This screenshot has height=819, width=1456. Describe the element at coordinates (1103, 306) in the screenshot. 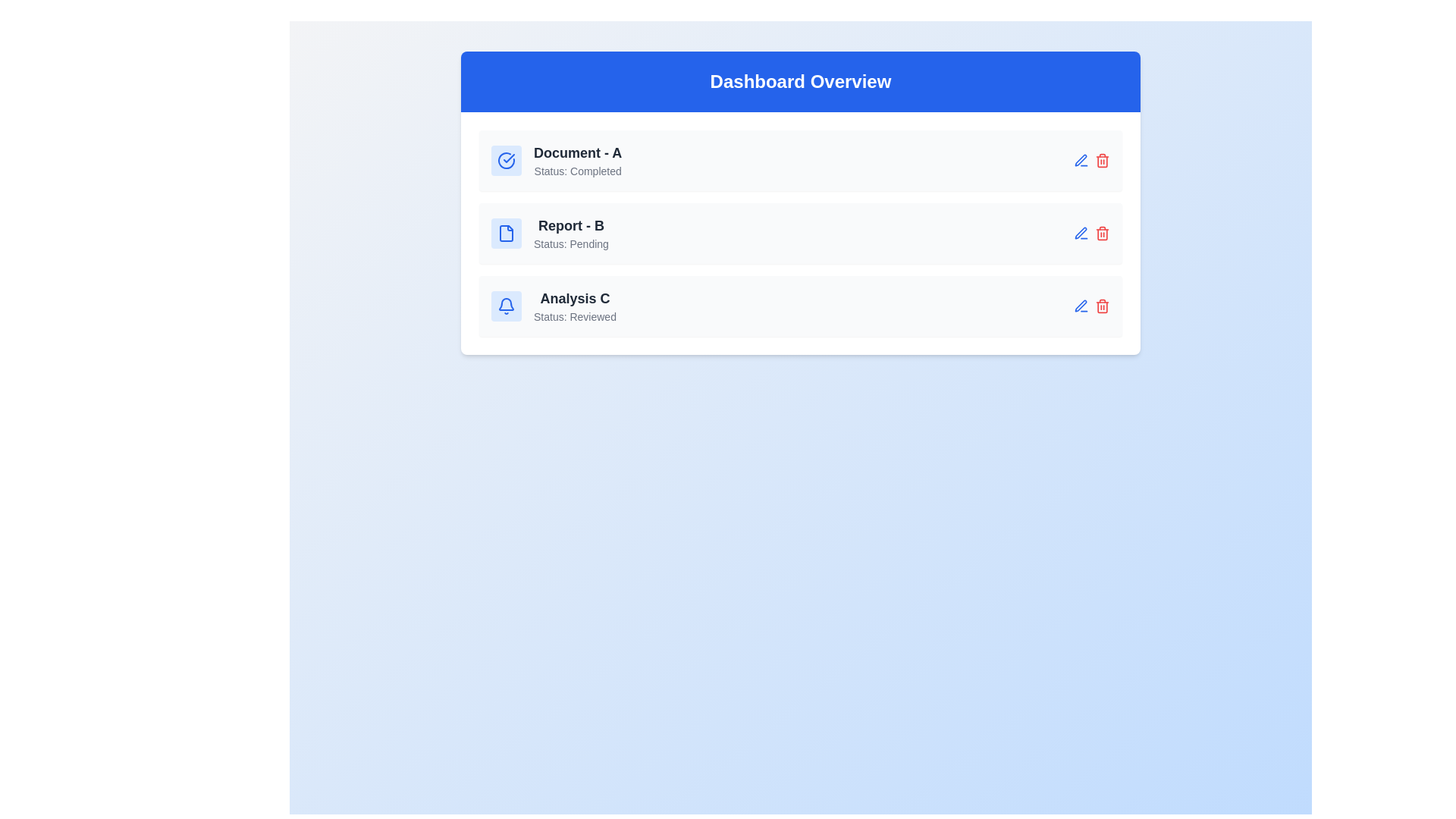

I see `the delete button located on the far right of the 'Analysis C' card in the Dashboard Overview` at that location.